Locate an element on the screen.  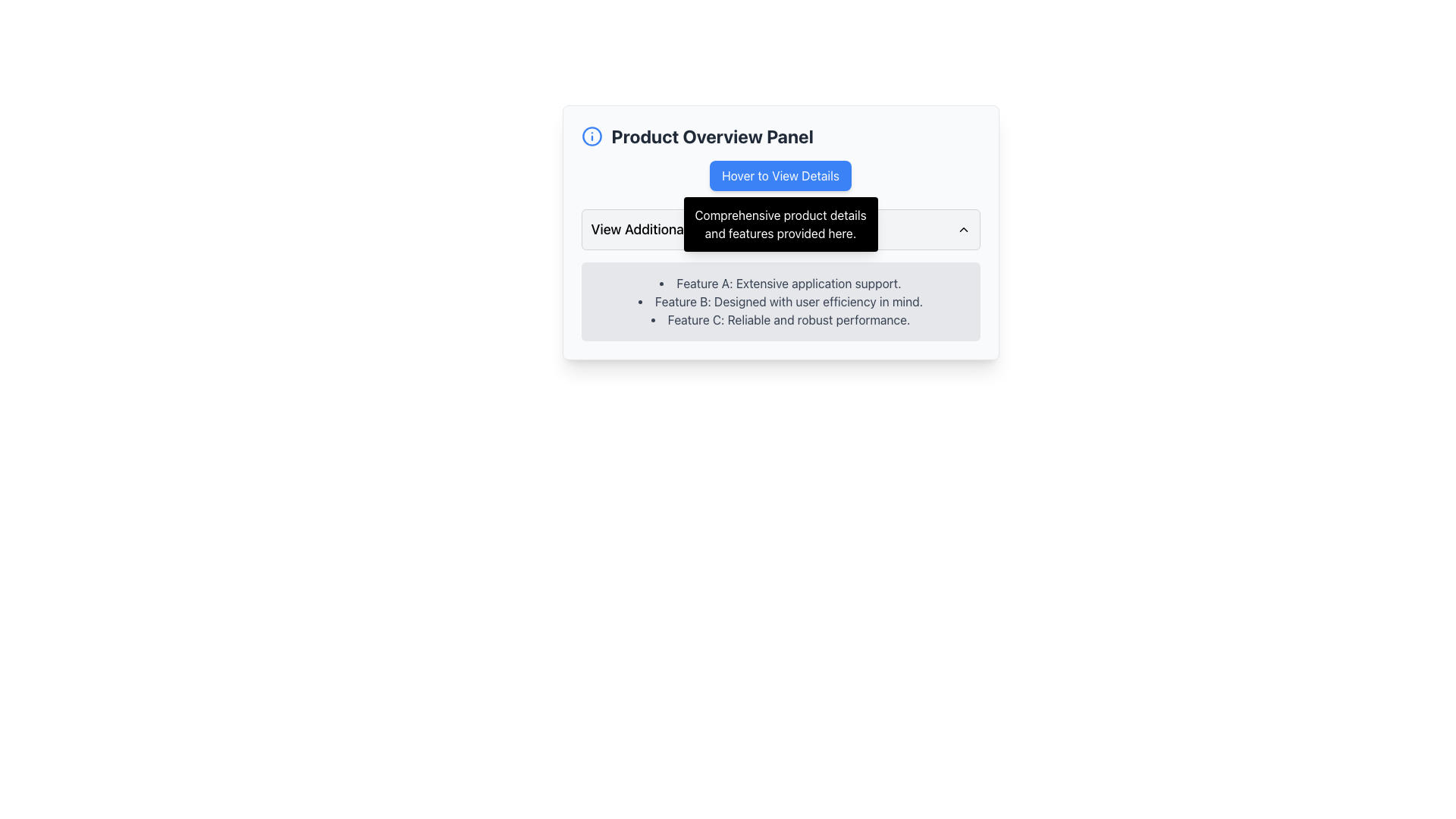
the button located in the 'Product Overview Panel' that reveals additional product details, positioned below the title and above 'View Additional Features' is located at coordinates (780, 174).